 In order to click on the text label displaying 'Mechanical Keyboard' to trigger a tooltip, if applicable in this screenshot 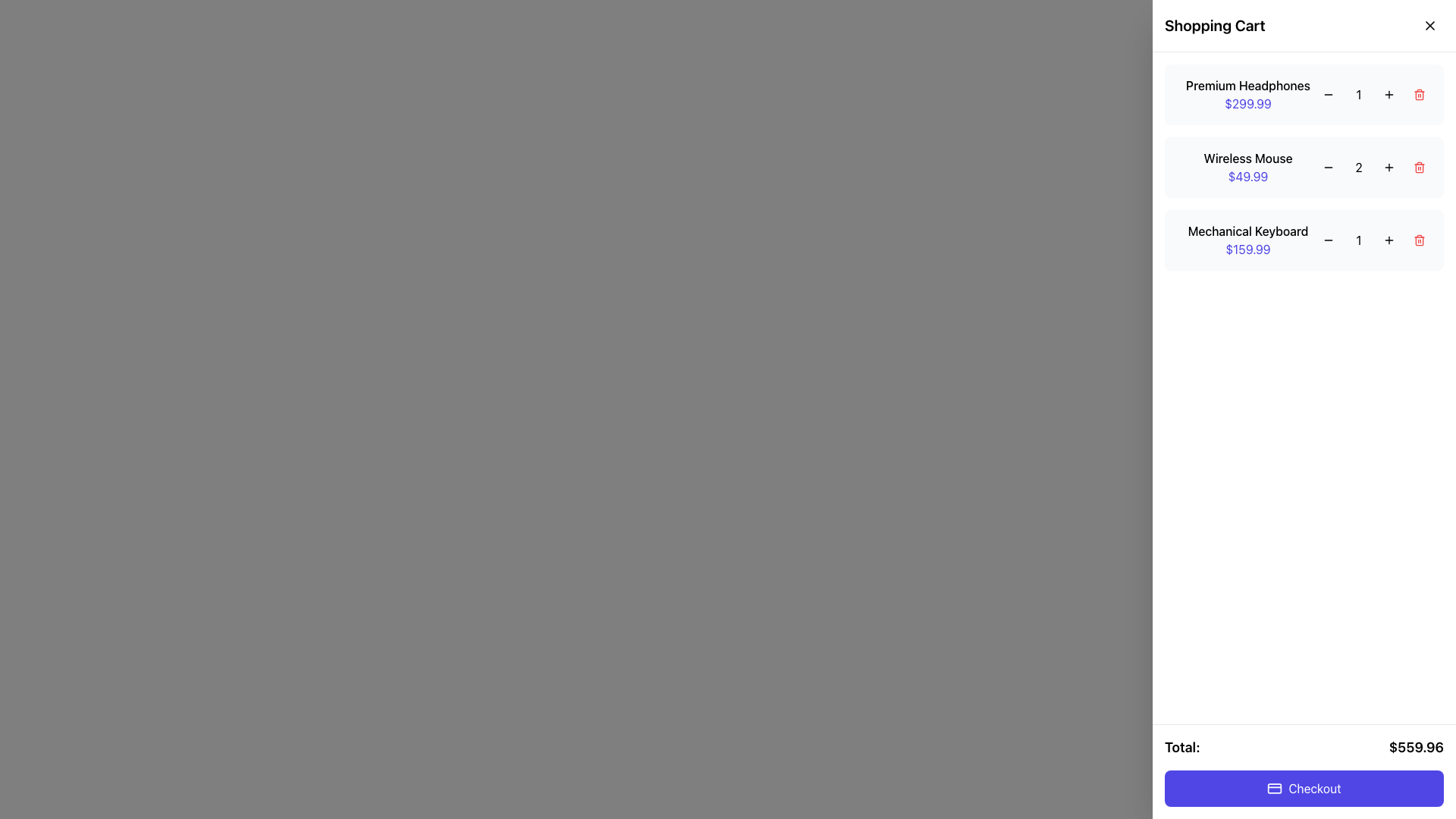, I will do `click(1248, 231)`.